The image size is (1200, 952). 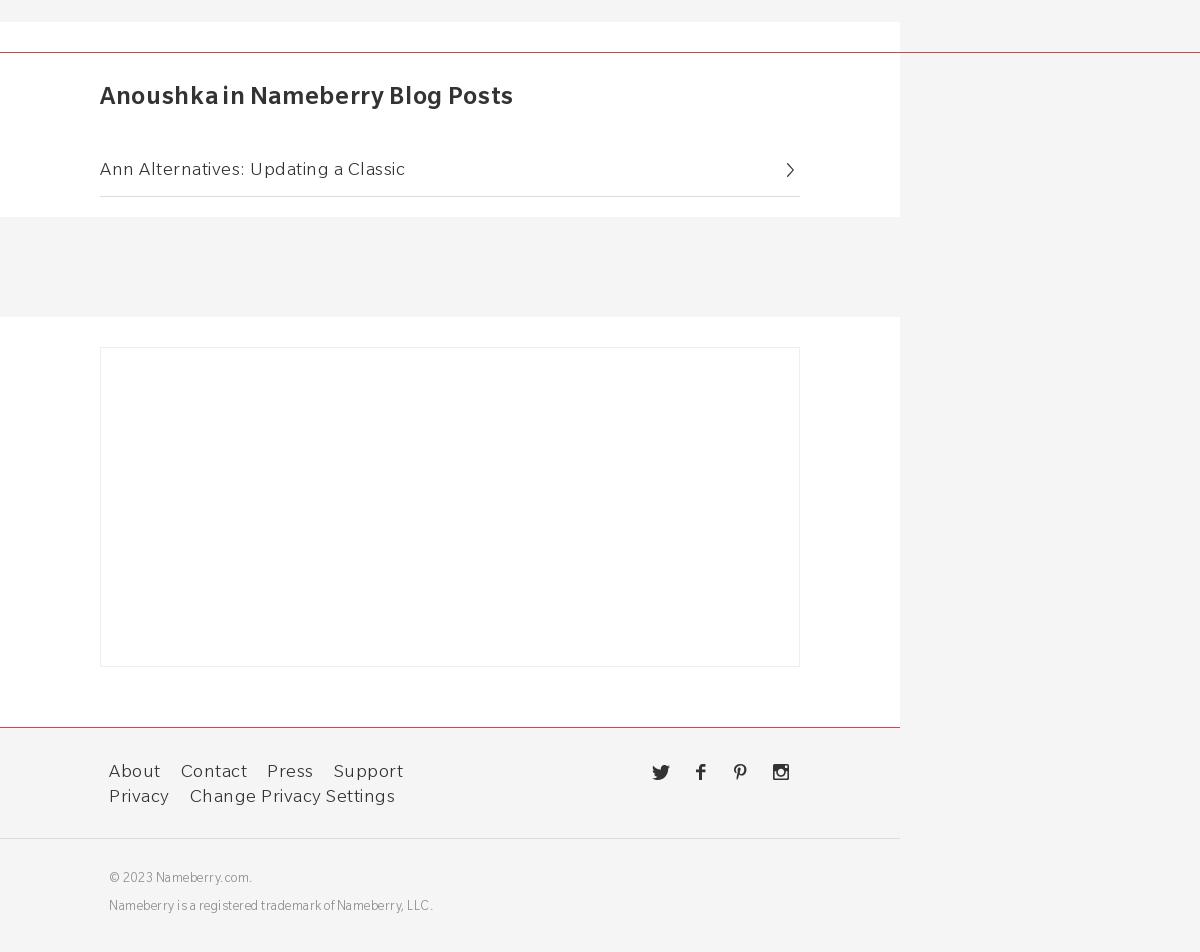 I want to click on '2023', so click(x=138, y=876).